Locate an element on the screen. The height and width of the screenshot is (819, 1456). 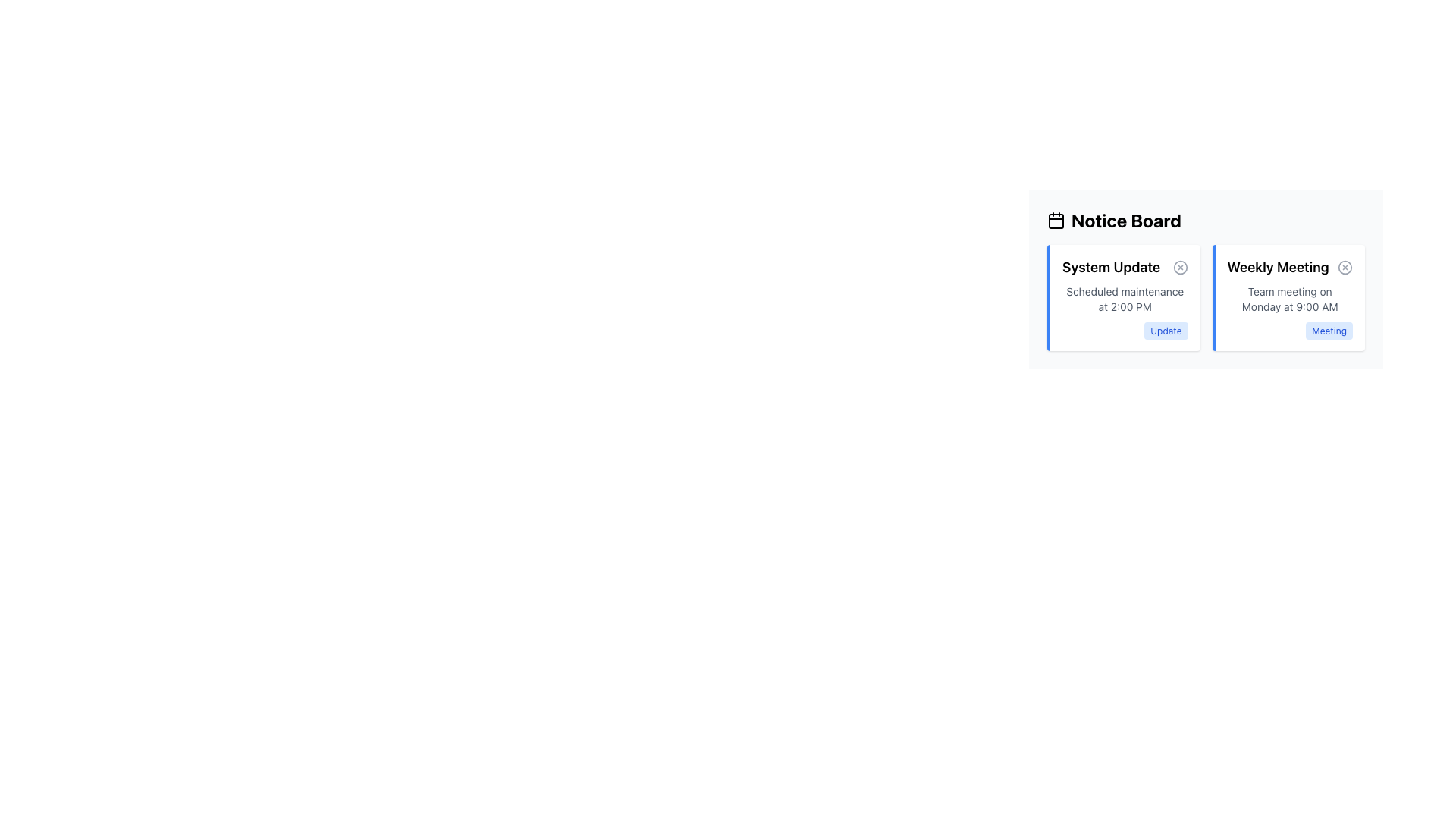
the 'Meeting' tag, which is a label-sized component with bold text on a blue background located at the bottom-right corner of the 'Weekly Meeting' section on the Notice Board is located at coordinates (1329, 330).